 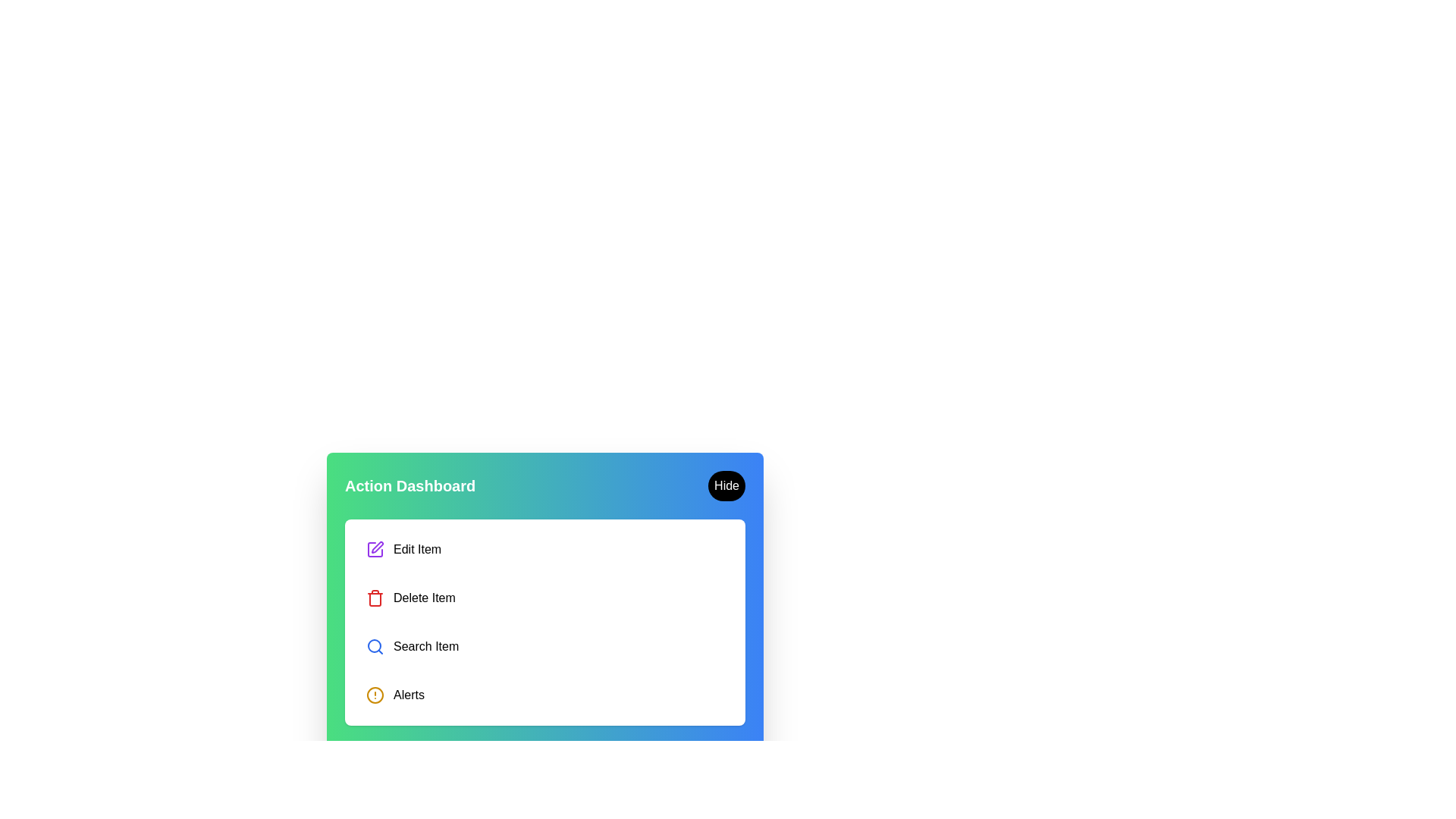 I want to click on the third text label in the 'Action Dashboard' panel, which is positioned below 'Delete Item' and above 'Alerts', to interact with the search functionality, so click(x=425, y=646).